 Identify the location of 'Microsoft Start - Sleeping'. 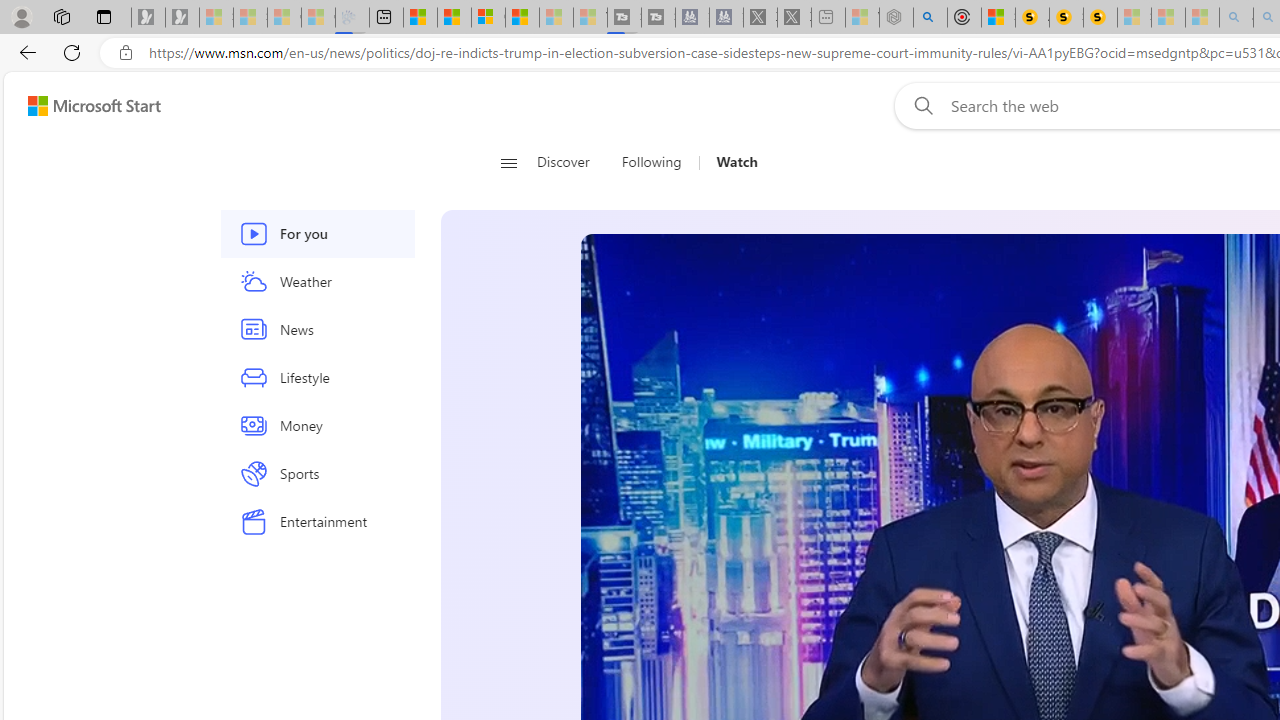
(556, 17).